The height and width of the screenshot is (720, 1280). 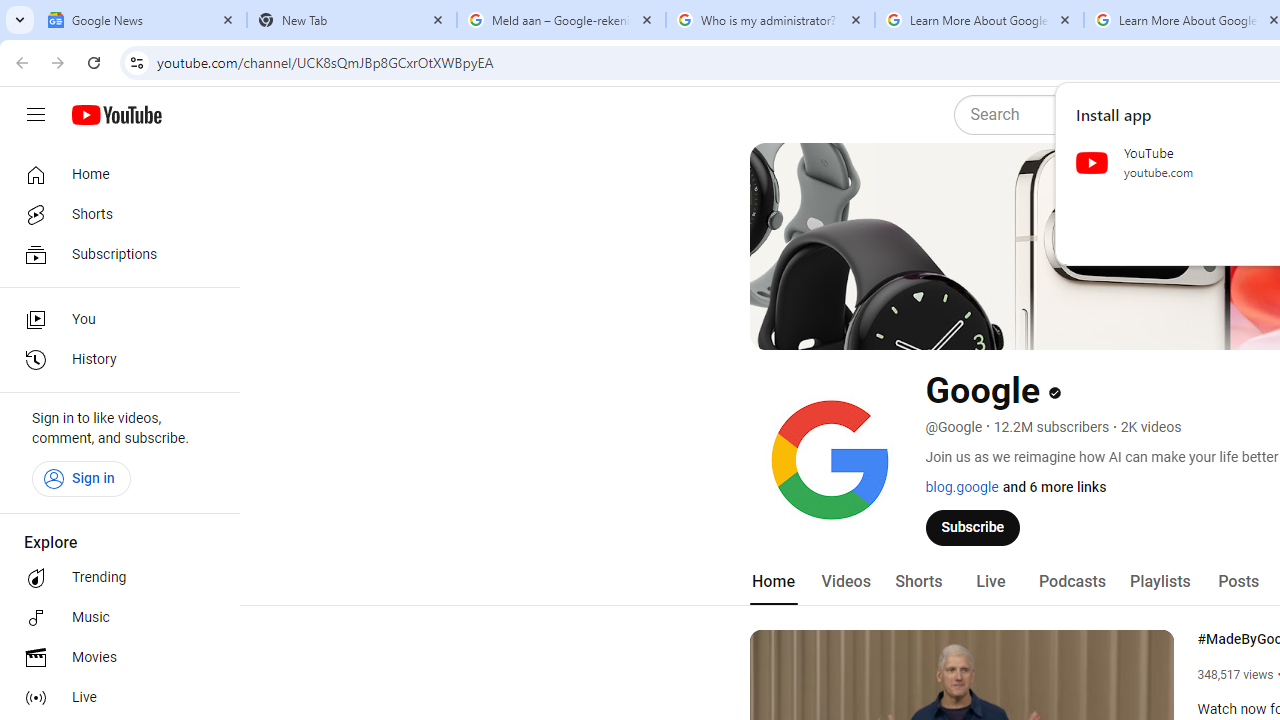 What do you see at coordinates (1053, 487) in the screenshot?
I see `'and 6 more links'` at bounding box center [1053, 487].